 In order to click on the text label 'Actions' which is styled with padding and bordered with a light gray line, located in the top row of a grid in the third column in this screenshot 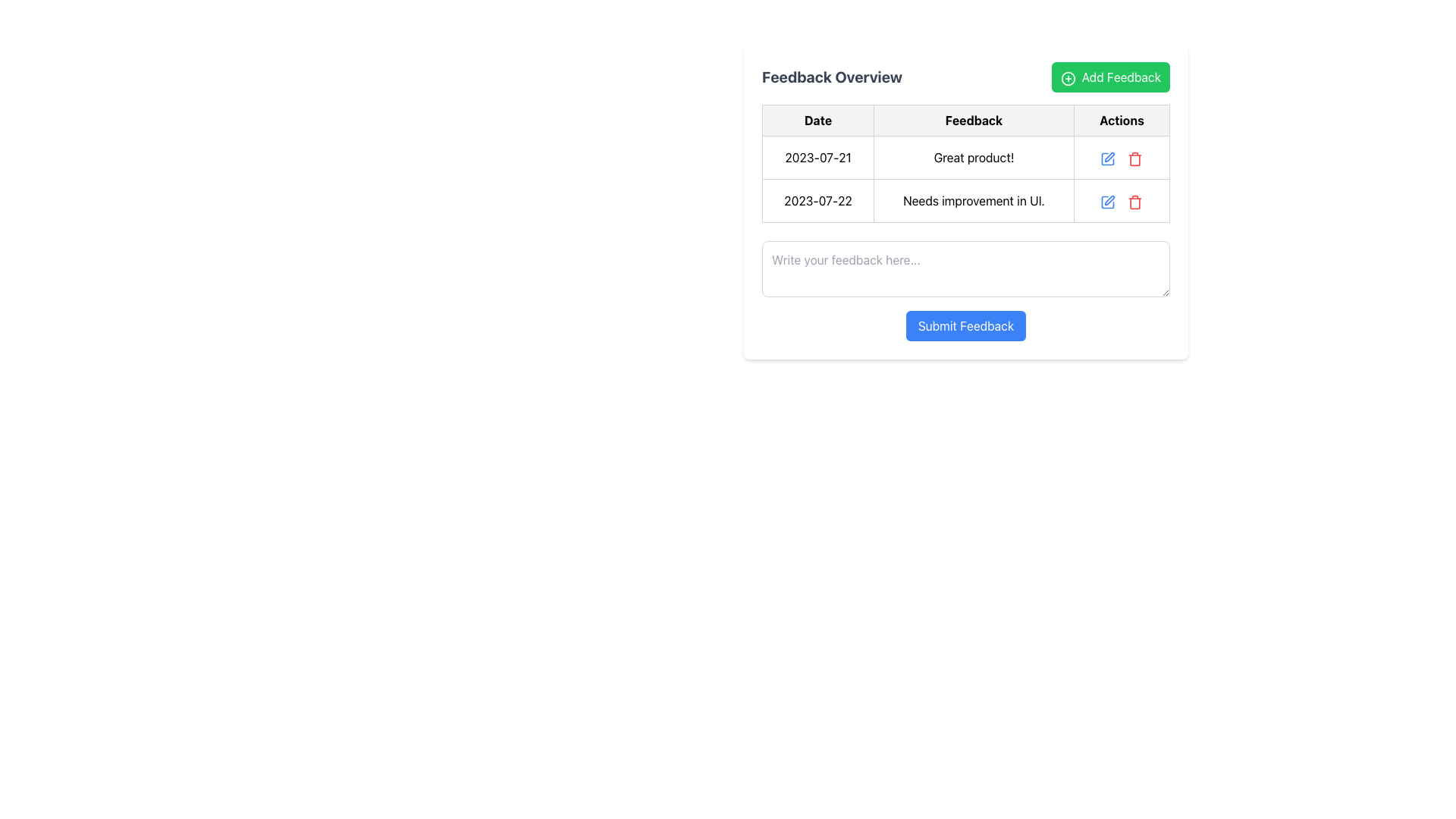, I will do `click(1122, 119)`.